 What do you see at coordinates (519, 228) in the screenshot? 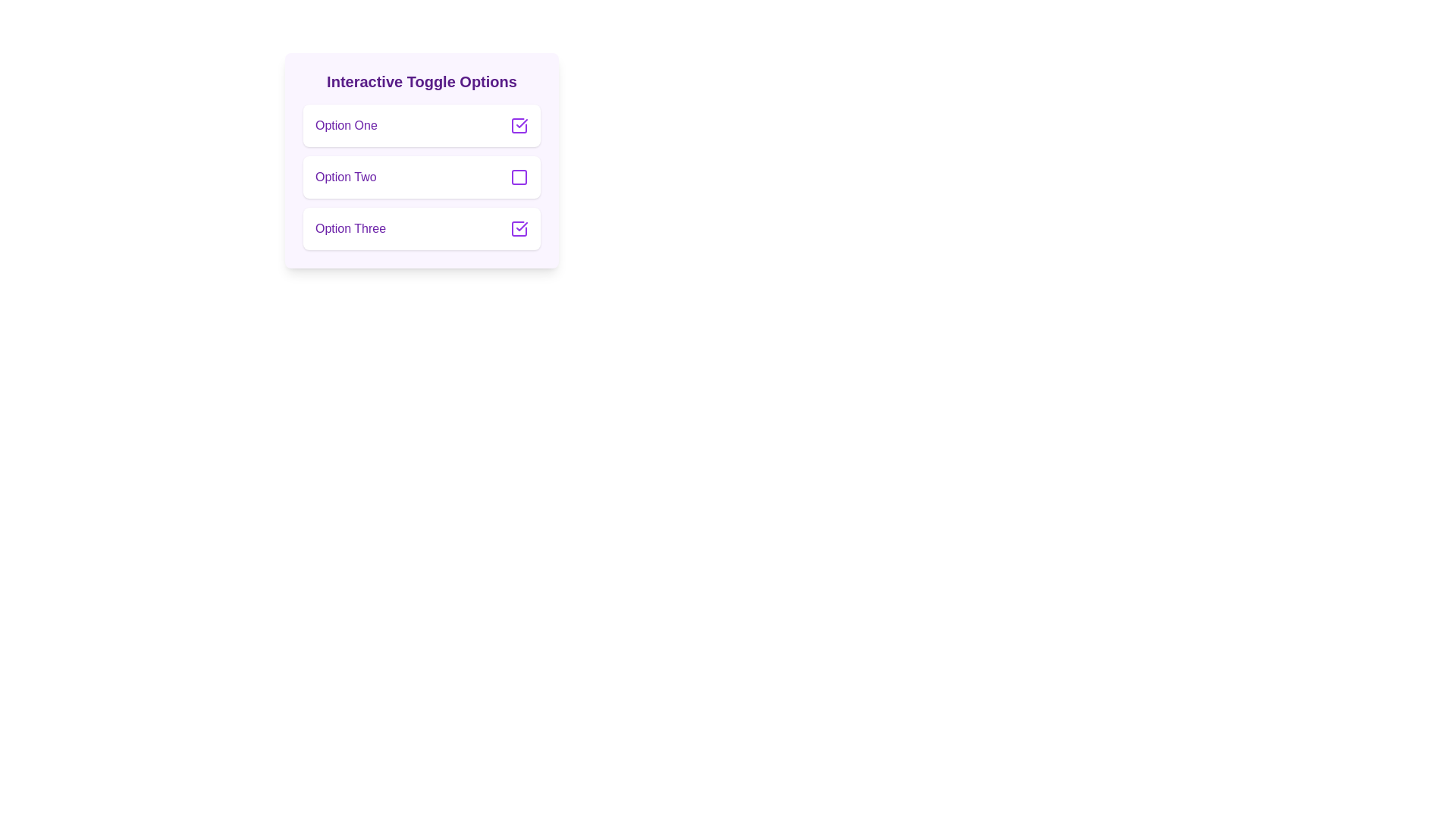
I see `the Checkbox associated with 'Option Three'` at bounding box center [519, 228].